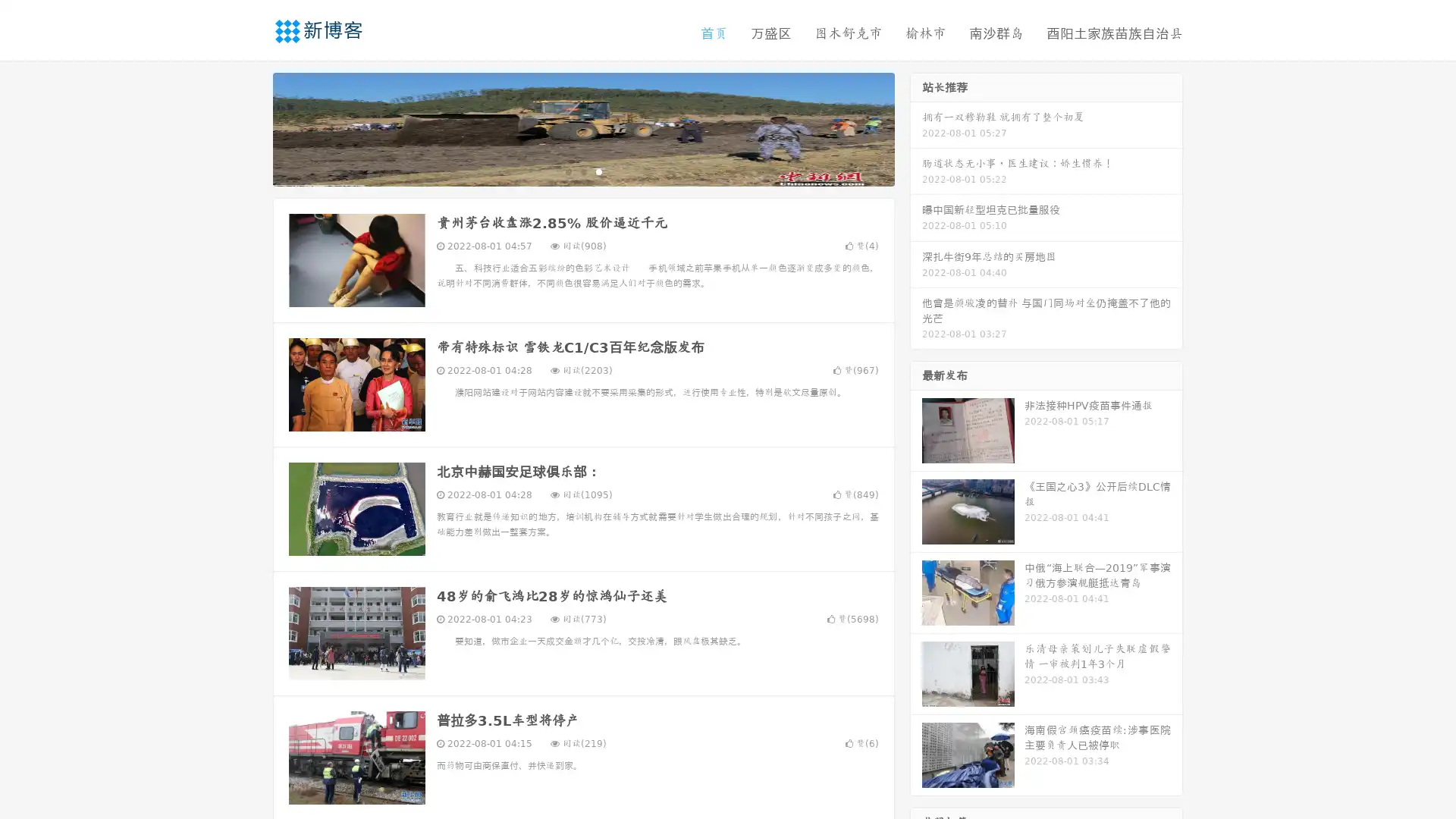  Describe the element at coordinates (567, 171) in the screenshot. I see `Go to slide 1` at that location.